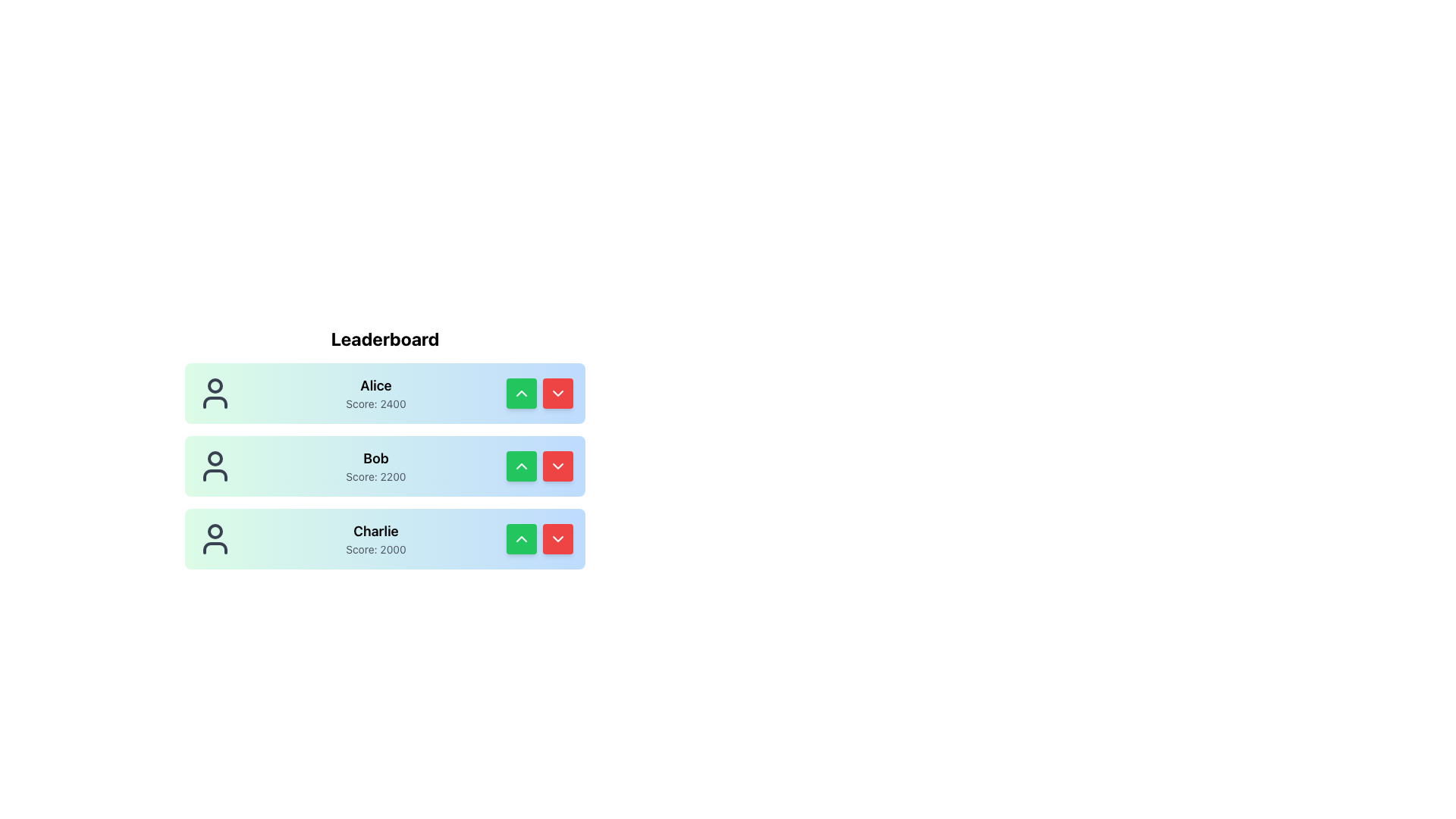 The height and width of the screenshot is (819, 1456). Describe the element at coordinates (375, 393) in the screenshot. I see `the Text Display element showing user 'Alice' with score '2400', located at the topmost entry of the leaderboard` at that location.